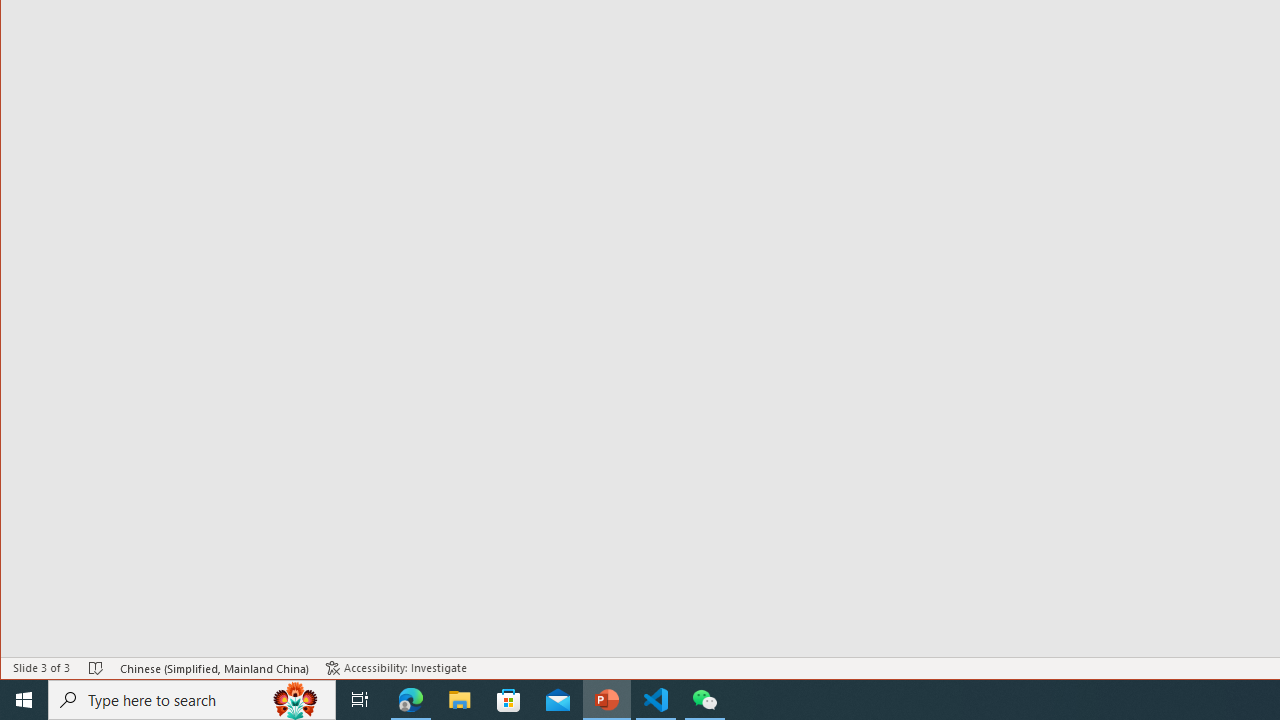 The image size is (1280, 720). I want to click on 'PowerPoint - 1 running window', so click(606, 698).